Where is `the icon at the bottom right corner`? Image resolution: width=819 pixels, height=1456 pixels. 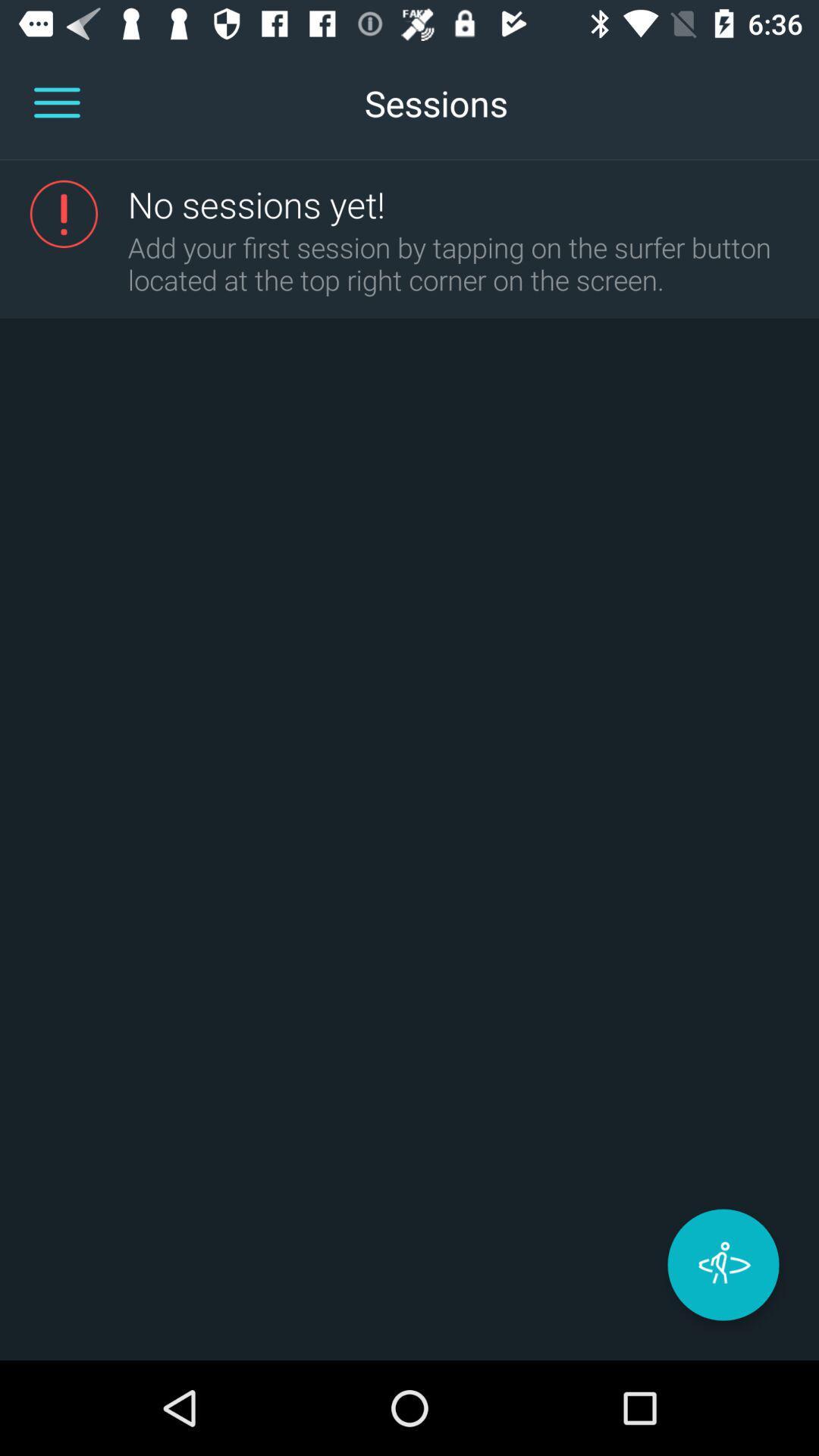 the icon at the bottom right corner is located at coordinates (722, 1265).